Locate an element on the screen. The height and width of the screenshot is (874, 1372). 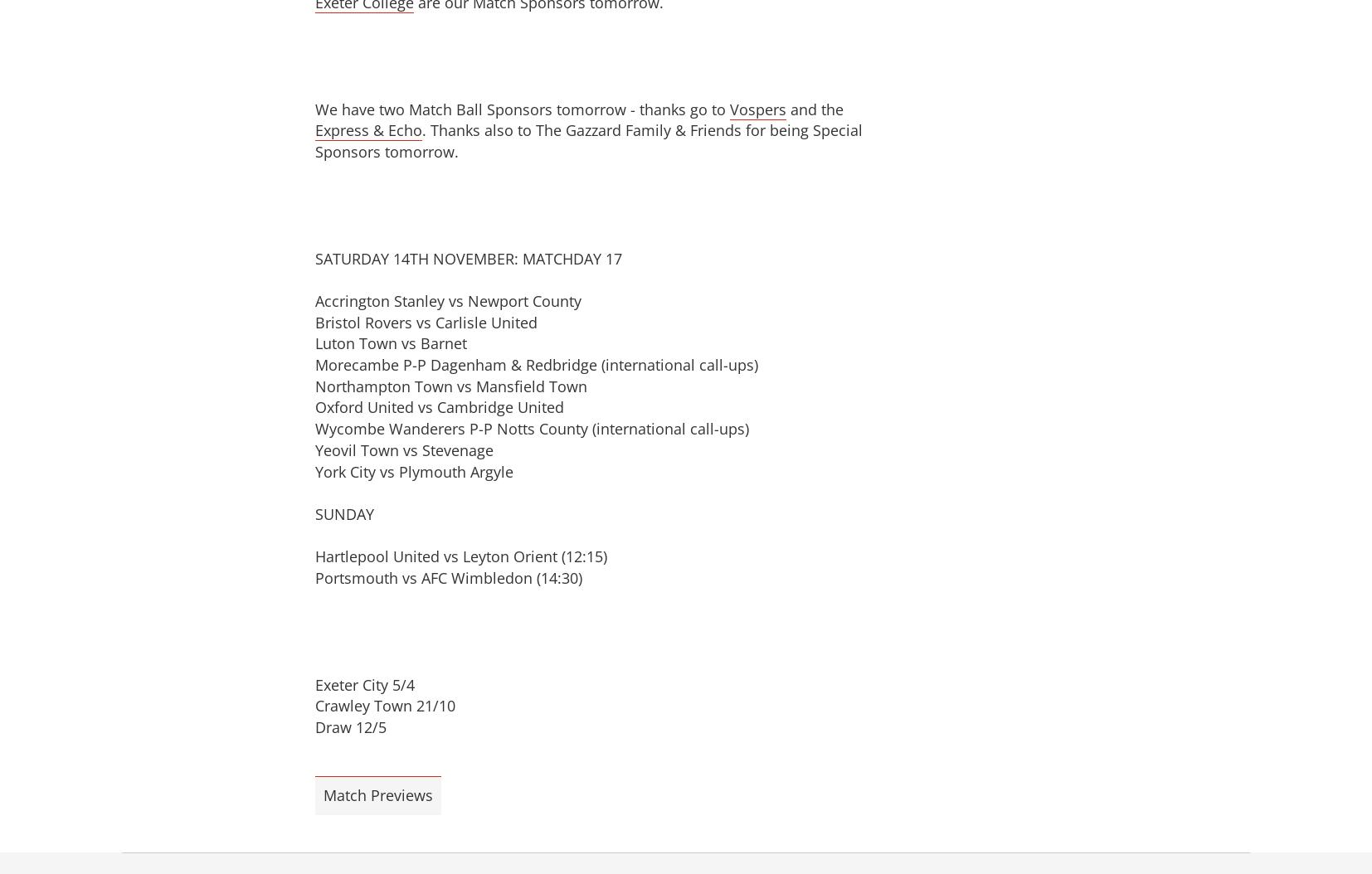
'Morecambe P-P Dagenham & Redbridge (international call-ups)' is located at coordinates (537, 365).